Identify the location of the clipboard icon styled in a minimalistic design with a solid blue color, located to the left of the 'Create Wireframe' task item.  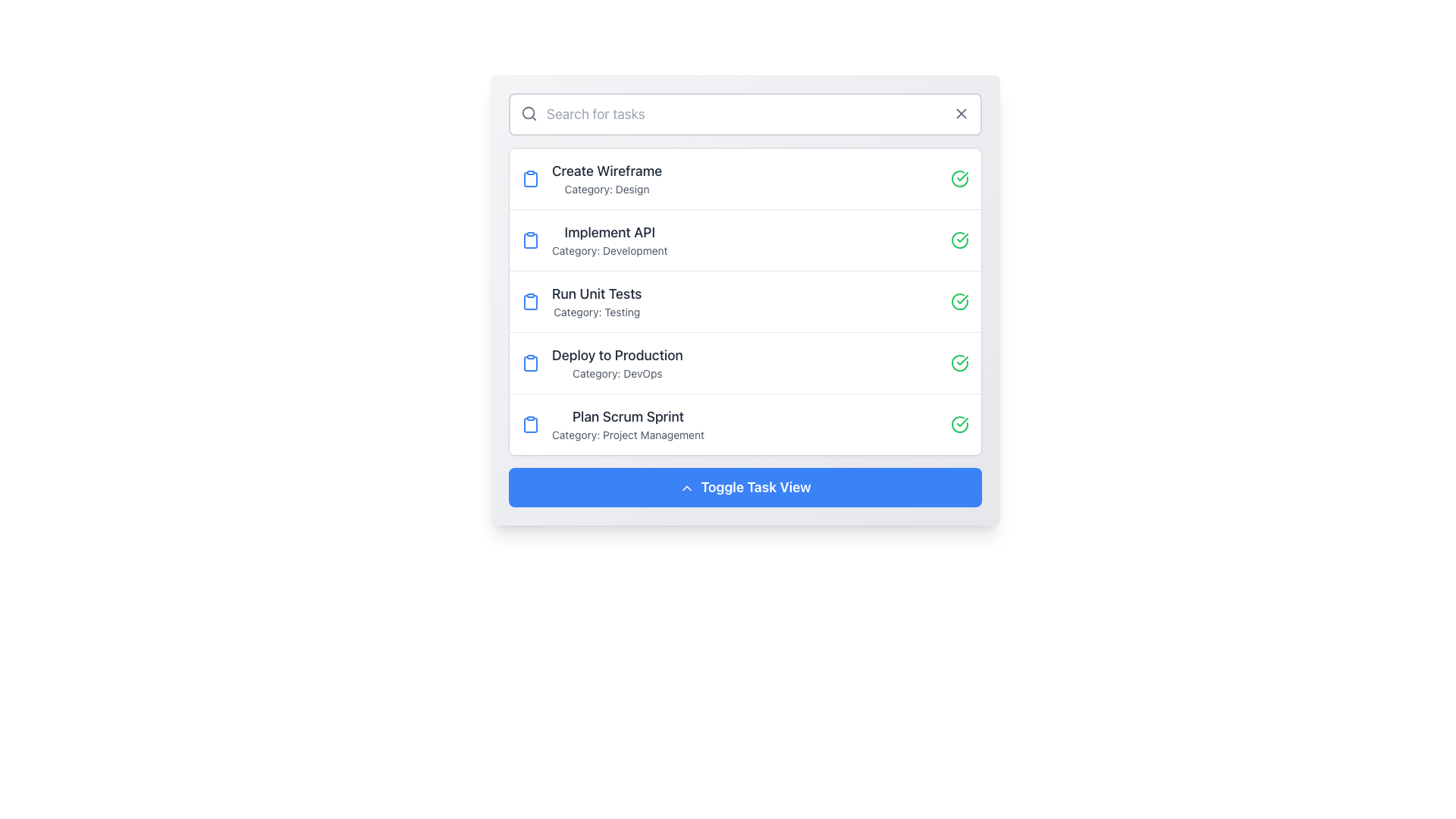
(531, 178).